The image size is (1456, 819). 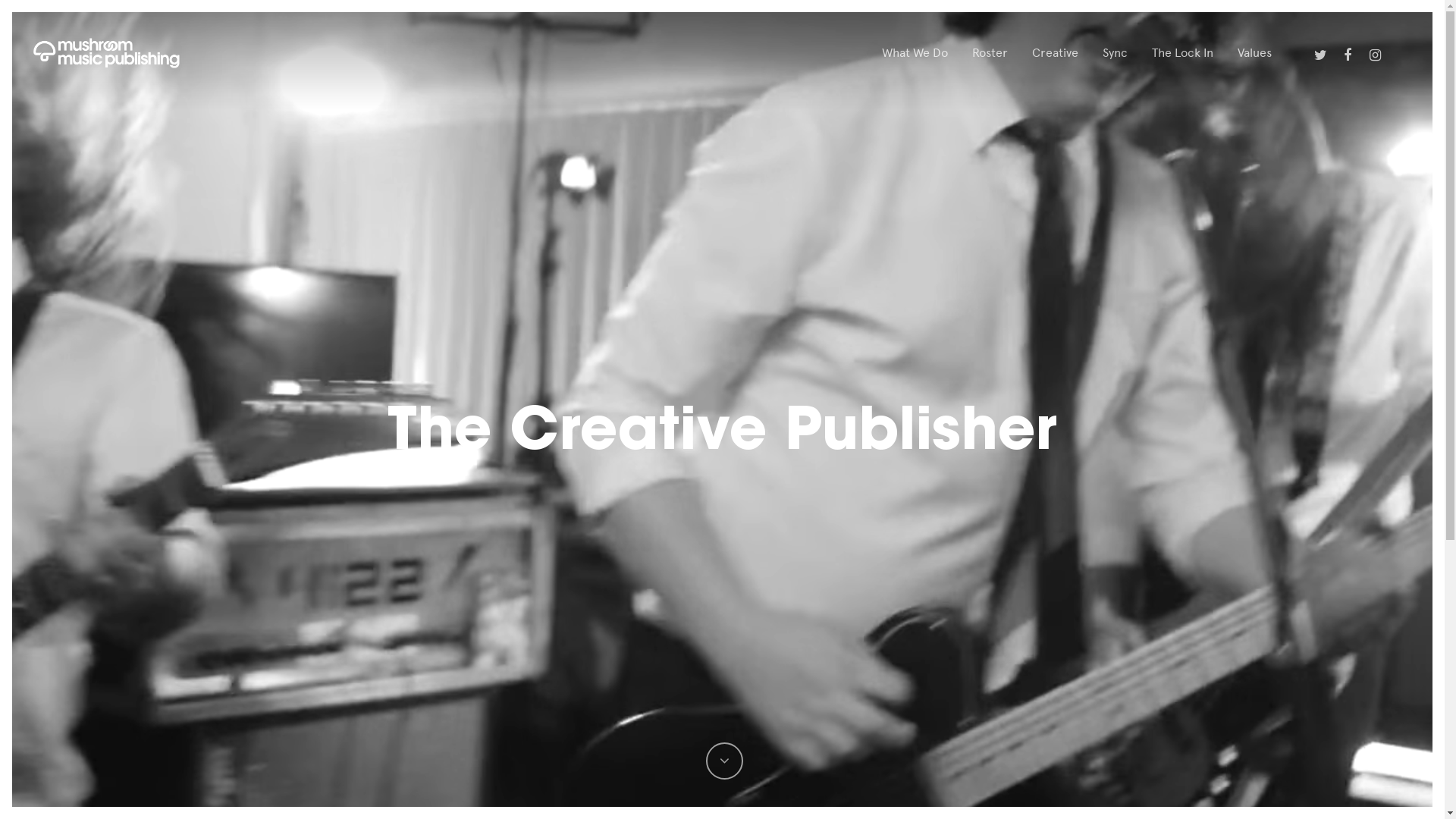 What do you see at coordinates (1115, 52) in the screenshot?
I see `'Sync'` at bounding box center [1115, 52].